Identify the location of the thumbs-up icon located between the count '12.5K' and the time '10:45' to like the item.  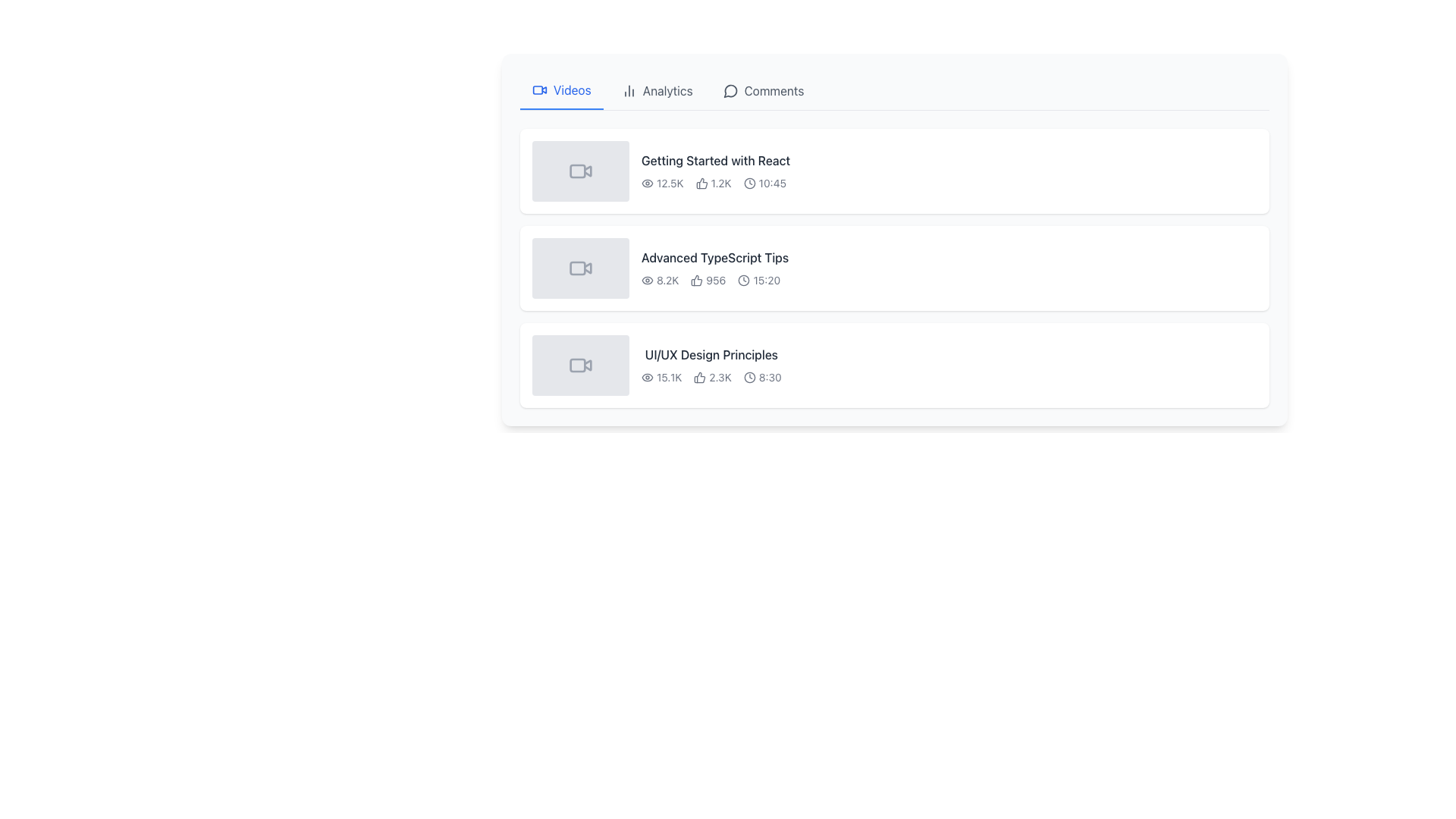
(713, 183).